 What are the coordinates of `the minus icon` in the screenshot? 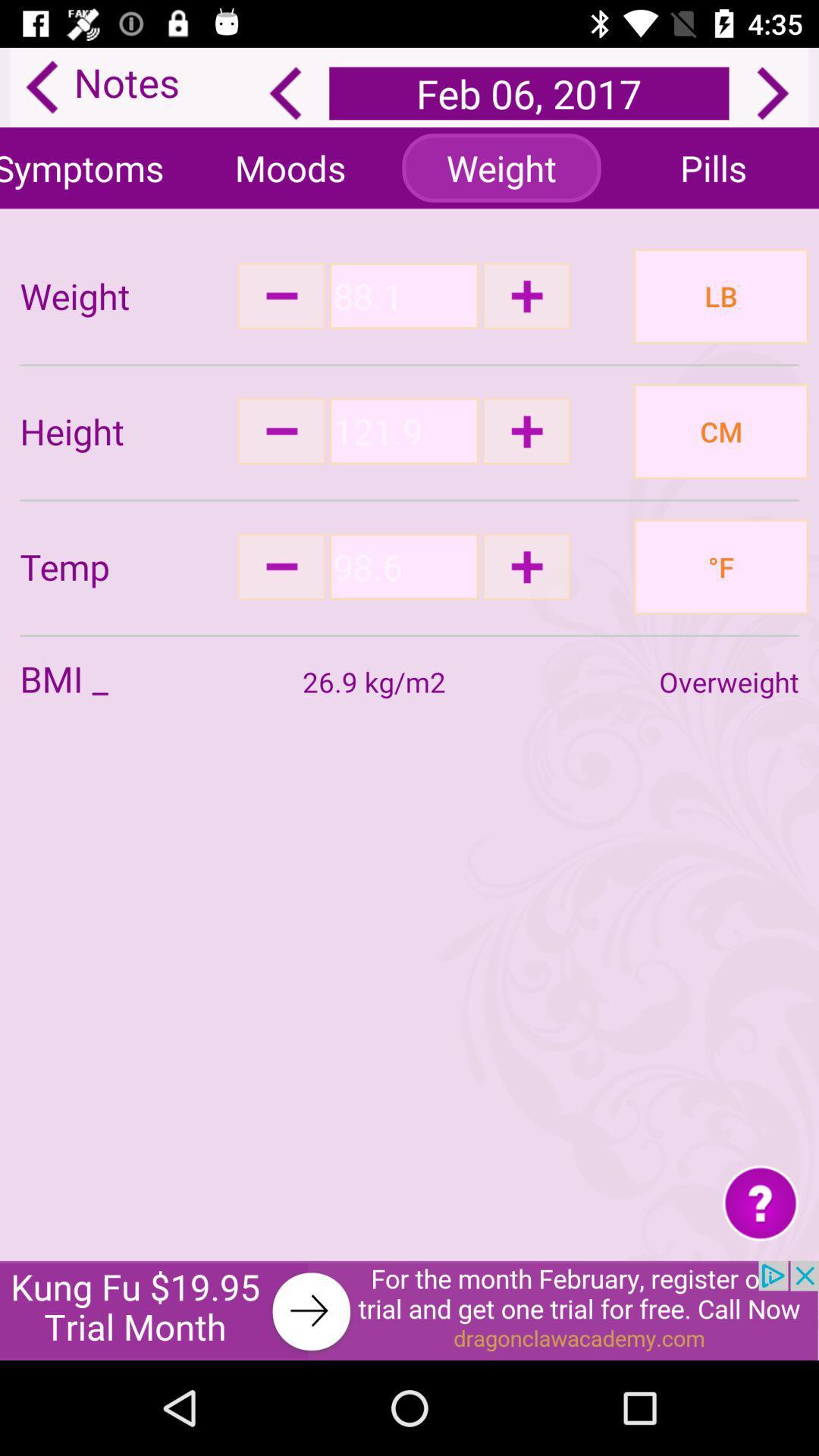 It's located at (281, 296).